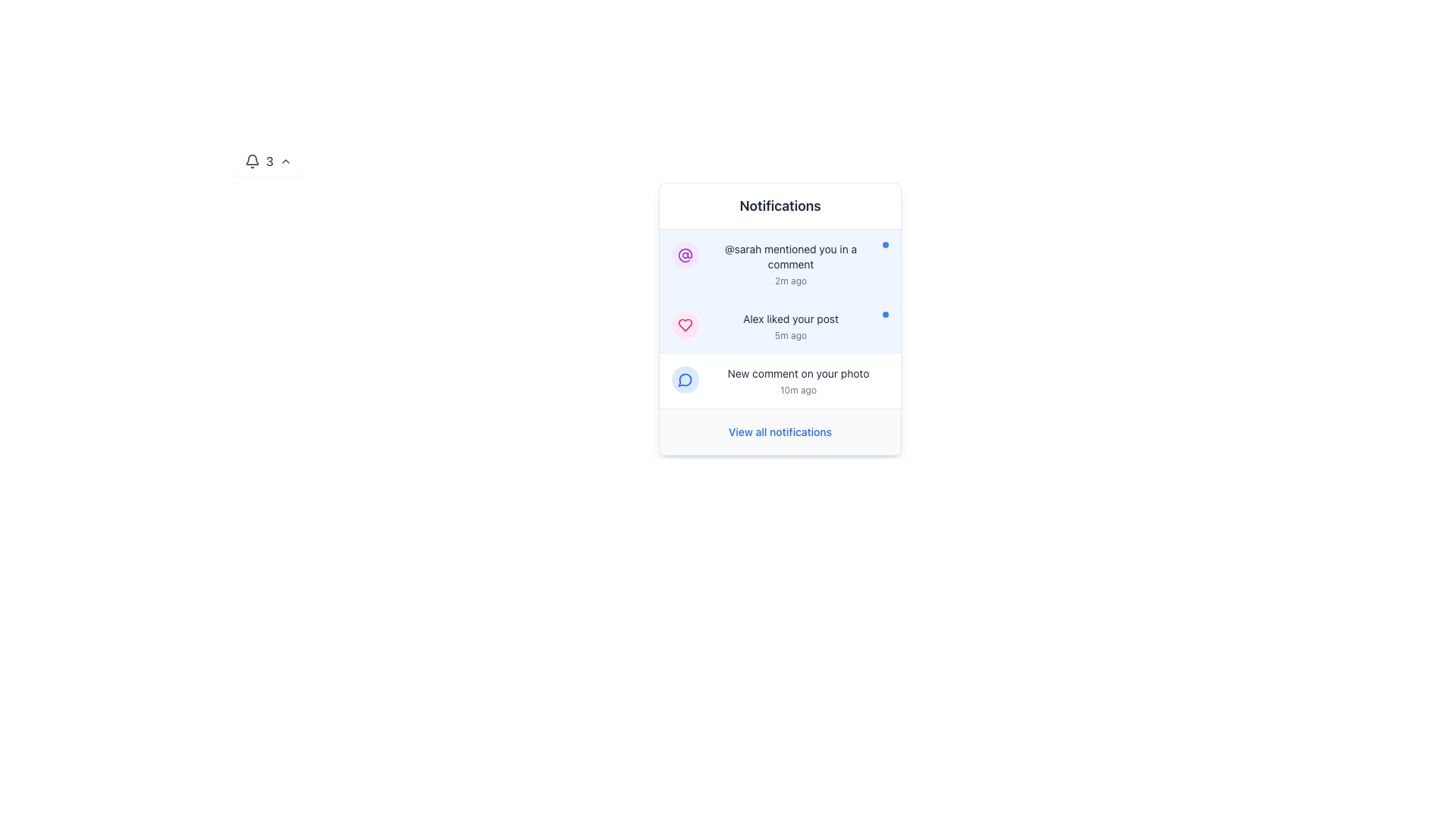 The width and height of the screenshot is (1456, 819). Describe the element at coordinates (797, 374) in the screenshot. I see `the static text notification that reads 'New comment on your photo', which is styled in a small gray font and located in the third row of the notification list` at that location.